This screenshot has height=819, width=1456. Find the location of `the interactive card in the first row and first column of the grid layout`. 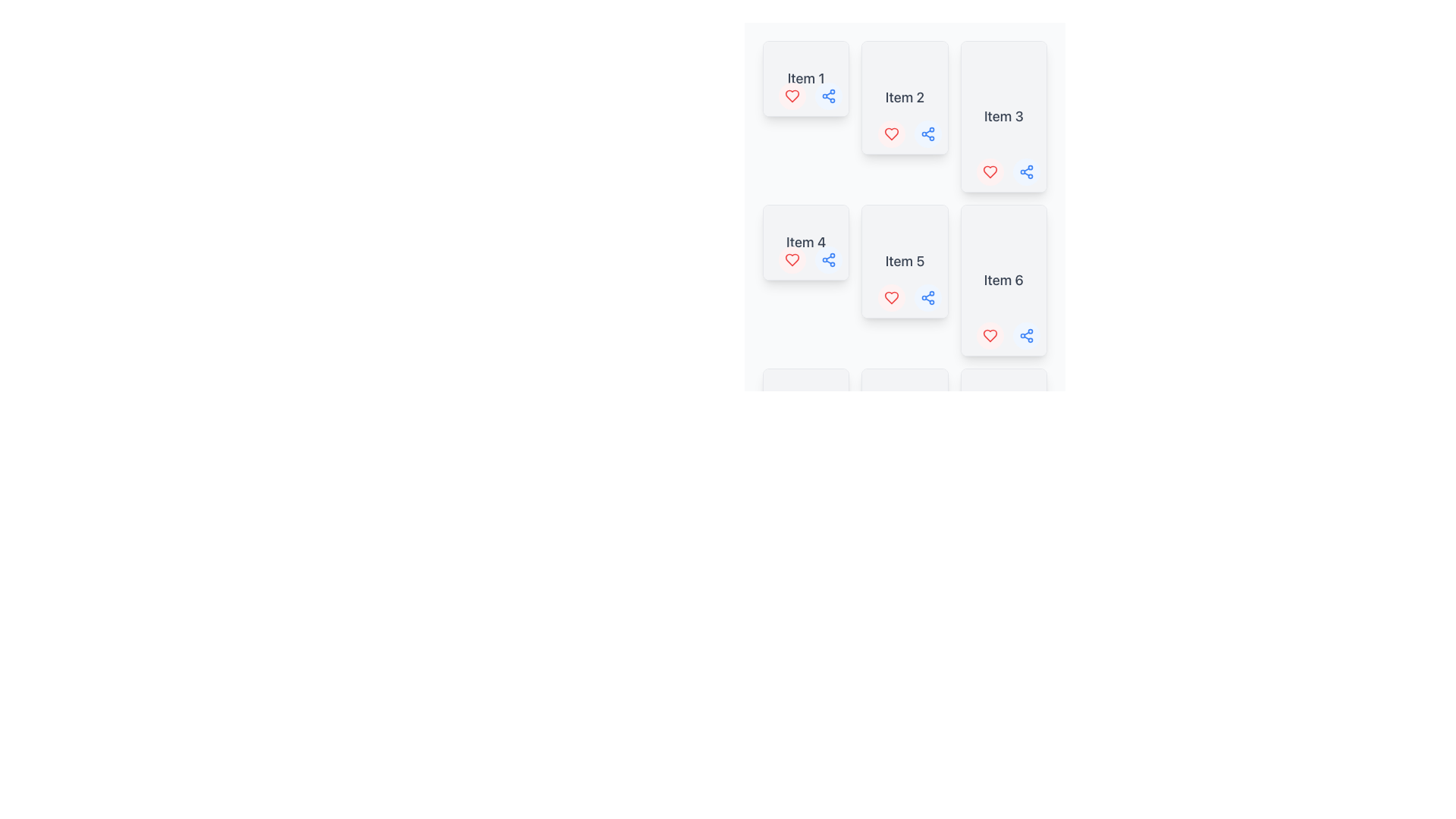

the interactive card in the first row and first column of the grid layout is located at coordinates (805, 79).